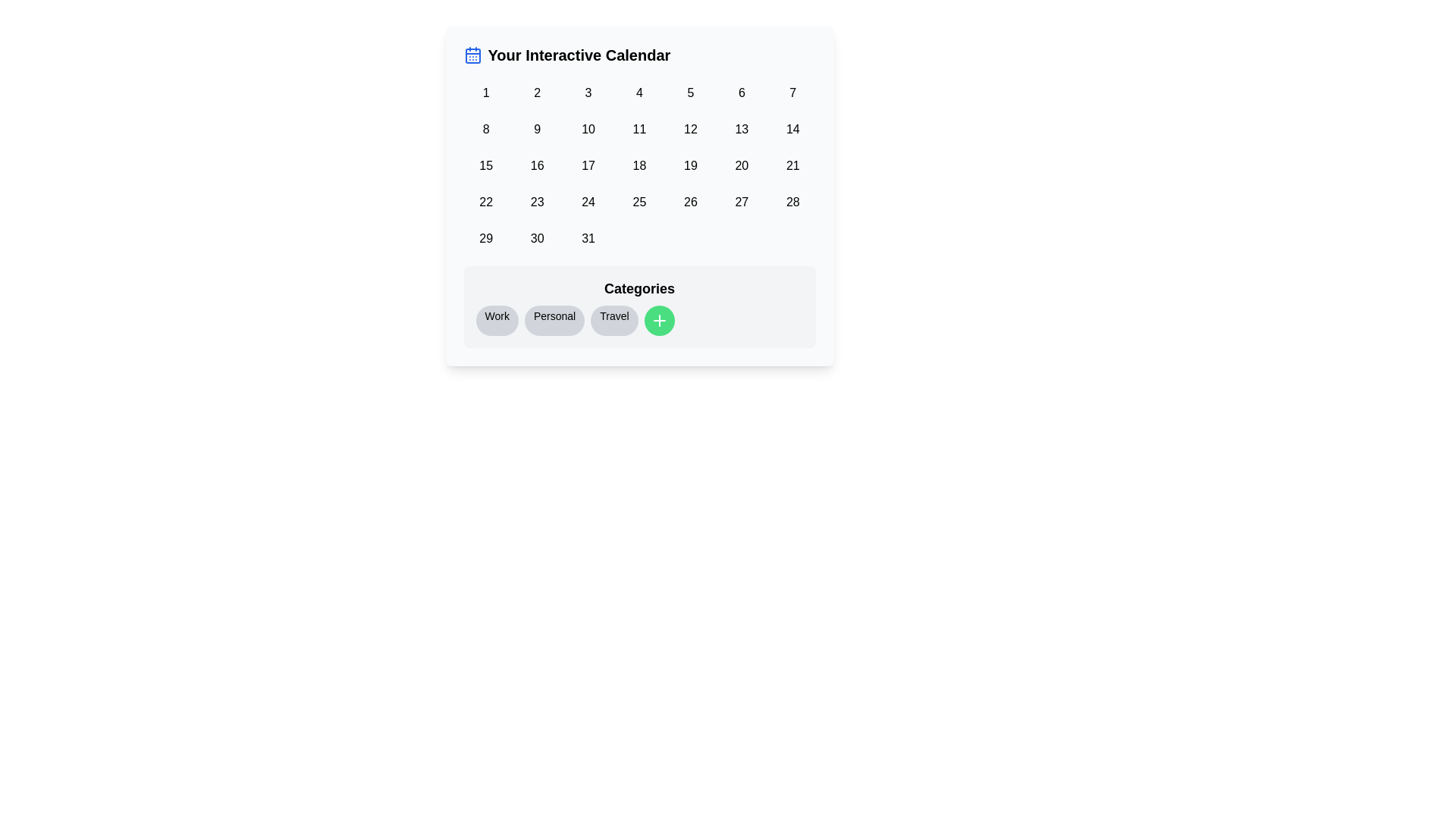 The width and height of the screenshot is (1456, 819). Describe the element at coordinates (497, 320) in the screenshot. I see `the 'Work' label in the 'Categories' section, which is a rounded rectangle with a light gray background, positioned to the left of the 'Personal' and 'Travel' buttons` at that location.